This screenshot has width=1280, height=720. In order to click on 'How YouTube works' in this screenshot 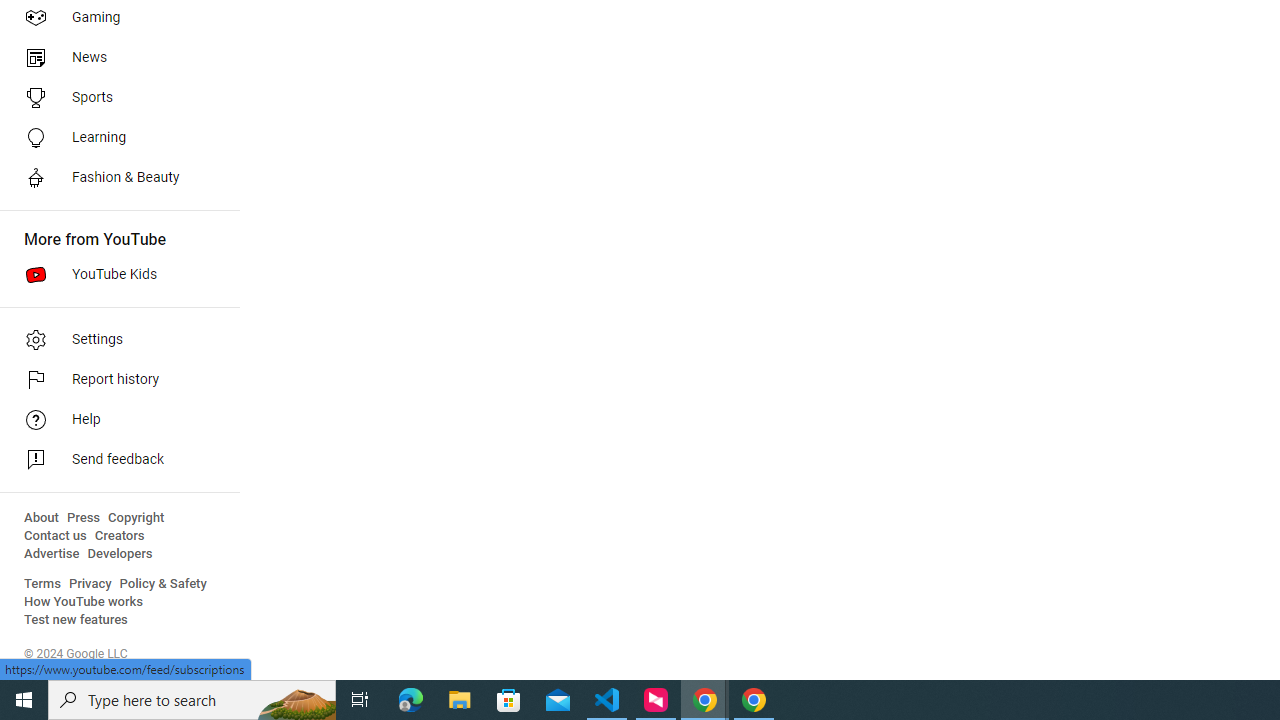, I will do `click(82, 601)`.